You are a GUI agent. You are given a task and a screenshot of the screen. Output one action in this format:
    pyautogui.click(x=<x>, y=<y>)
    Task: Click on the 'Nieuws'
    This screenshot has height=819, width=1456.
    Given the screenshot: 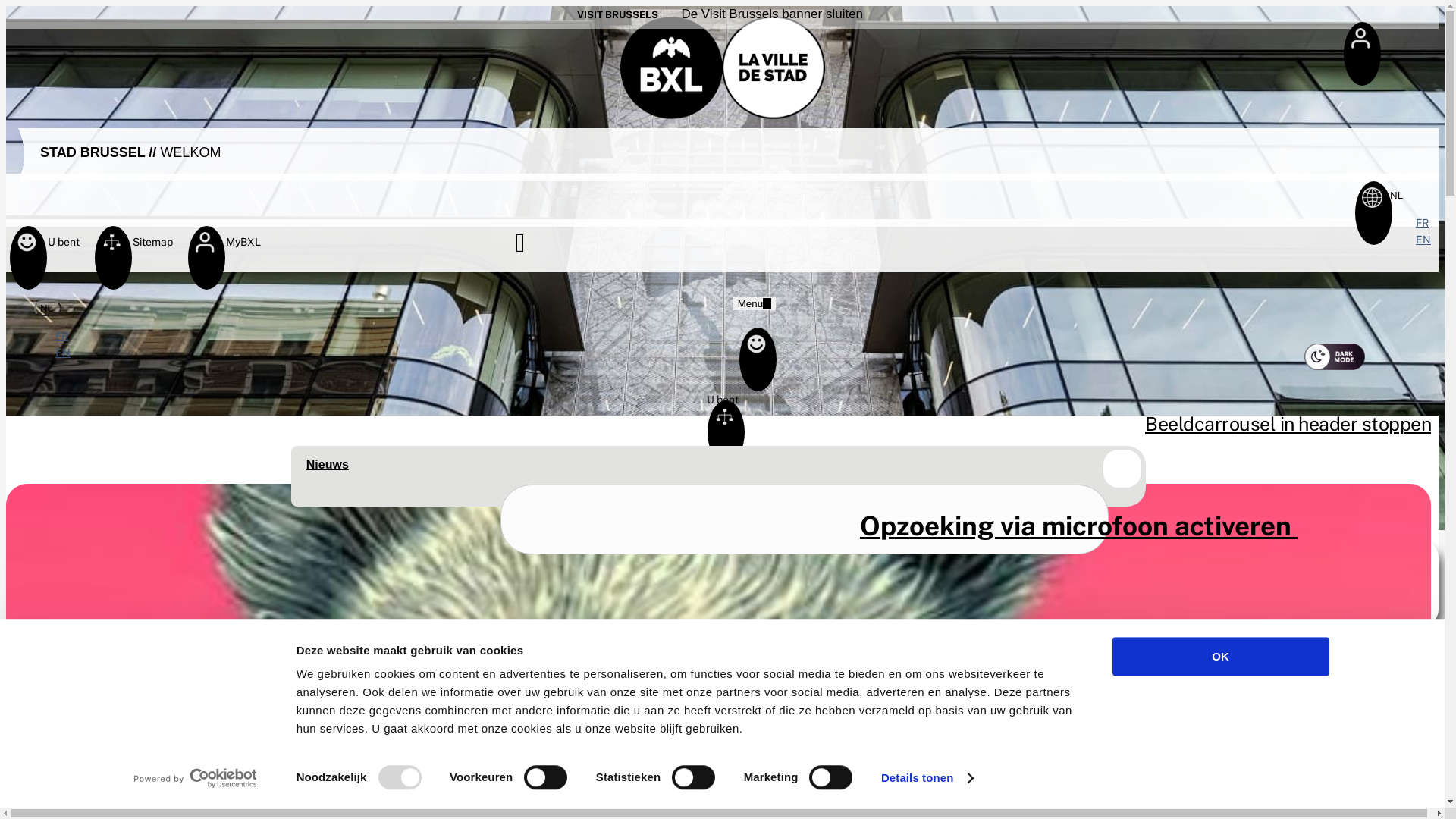 What is the action you would take?
    pyautogui.click(x=327, y=463)
    